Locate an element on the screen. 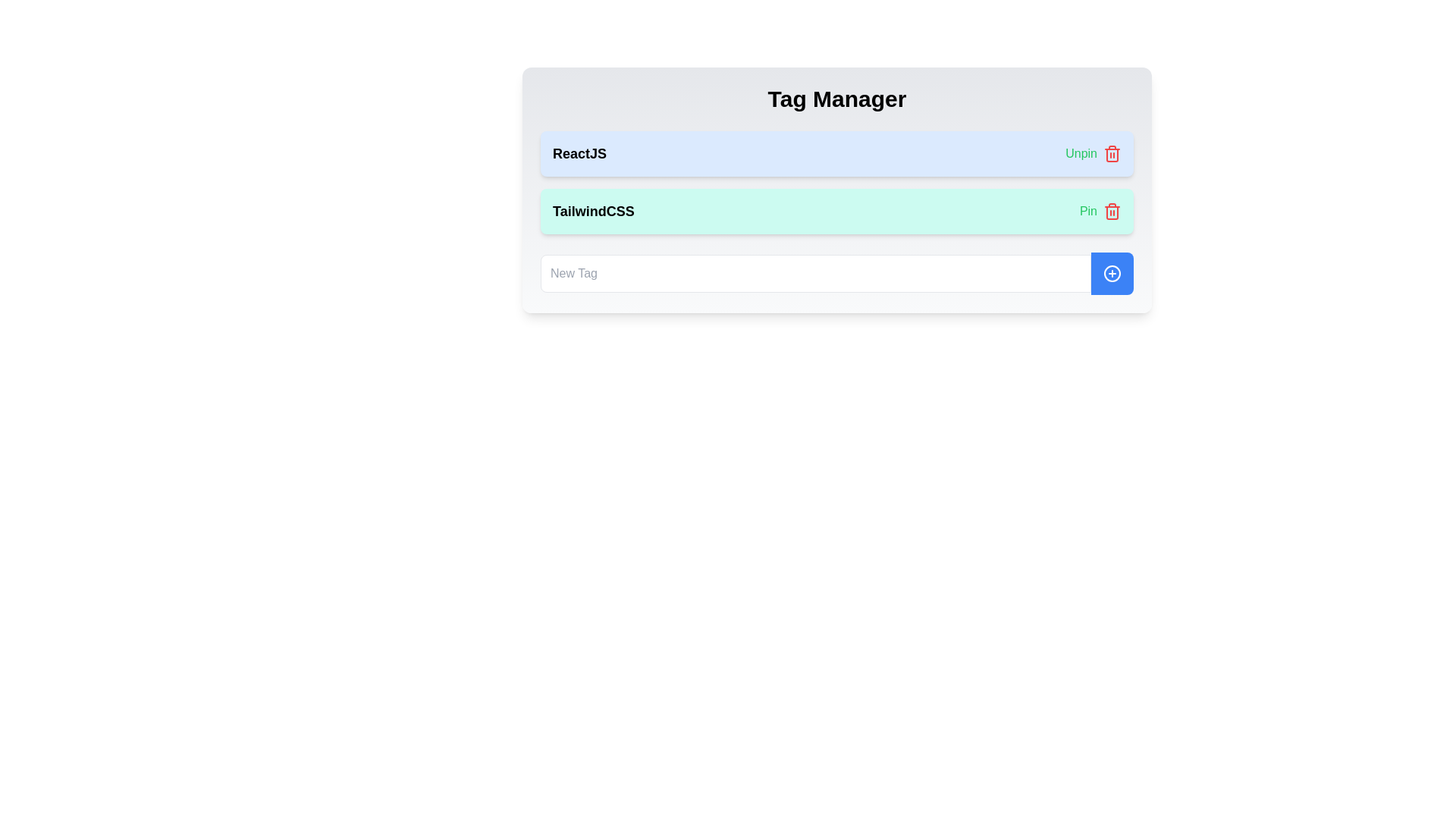 This screenshot has height=819, width=1456. the circular icon with a plus sign inside, which is located at the bottom-right of the interface within a blue rounded rectangle button under the 'New Tag' text box is located at coordinates (1112, 274).